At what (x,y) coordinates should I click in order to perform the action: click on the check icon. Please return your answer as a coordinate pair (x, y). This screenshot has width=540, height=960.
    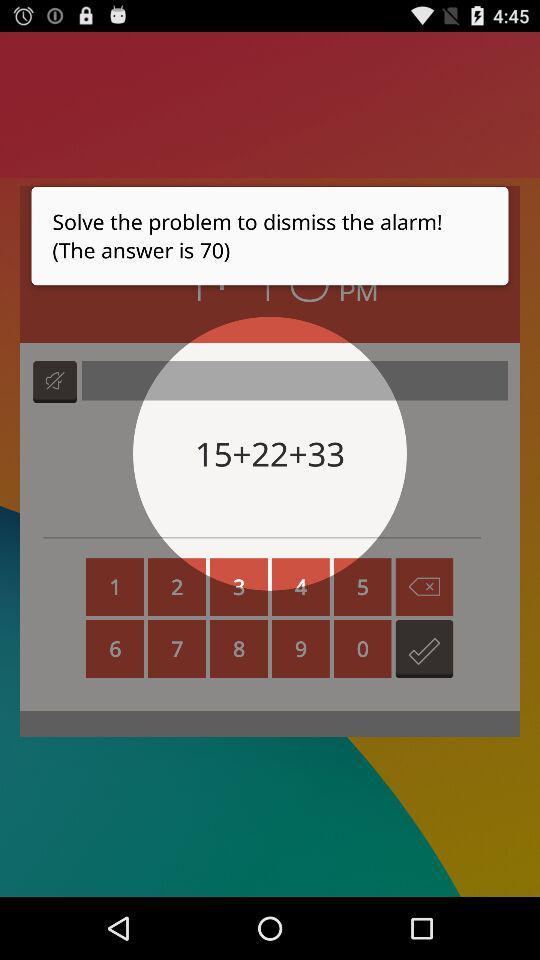
    Looking at the image, I should click on (423, 694).